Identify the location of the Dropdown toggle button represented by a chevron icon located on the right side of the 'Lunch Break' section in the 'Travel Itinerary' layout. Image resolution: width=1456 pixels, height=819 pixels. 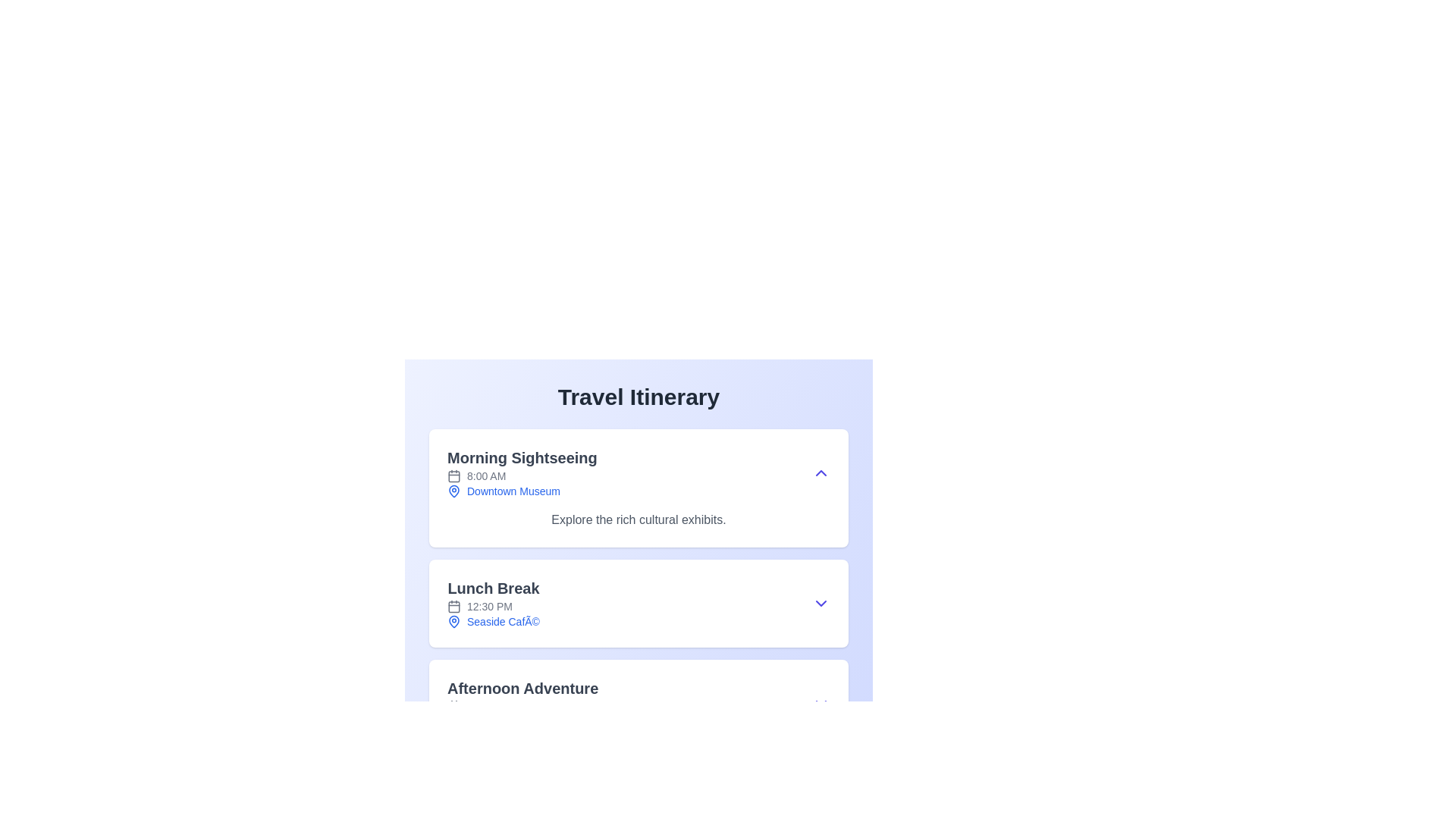
(821, 602).